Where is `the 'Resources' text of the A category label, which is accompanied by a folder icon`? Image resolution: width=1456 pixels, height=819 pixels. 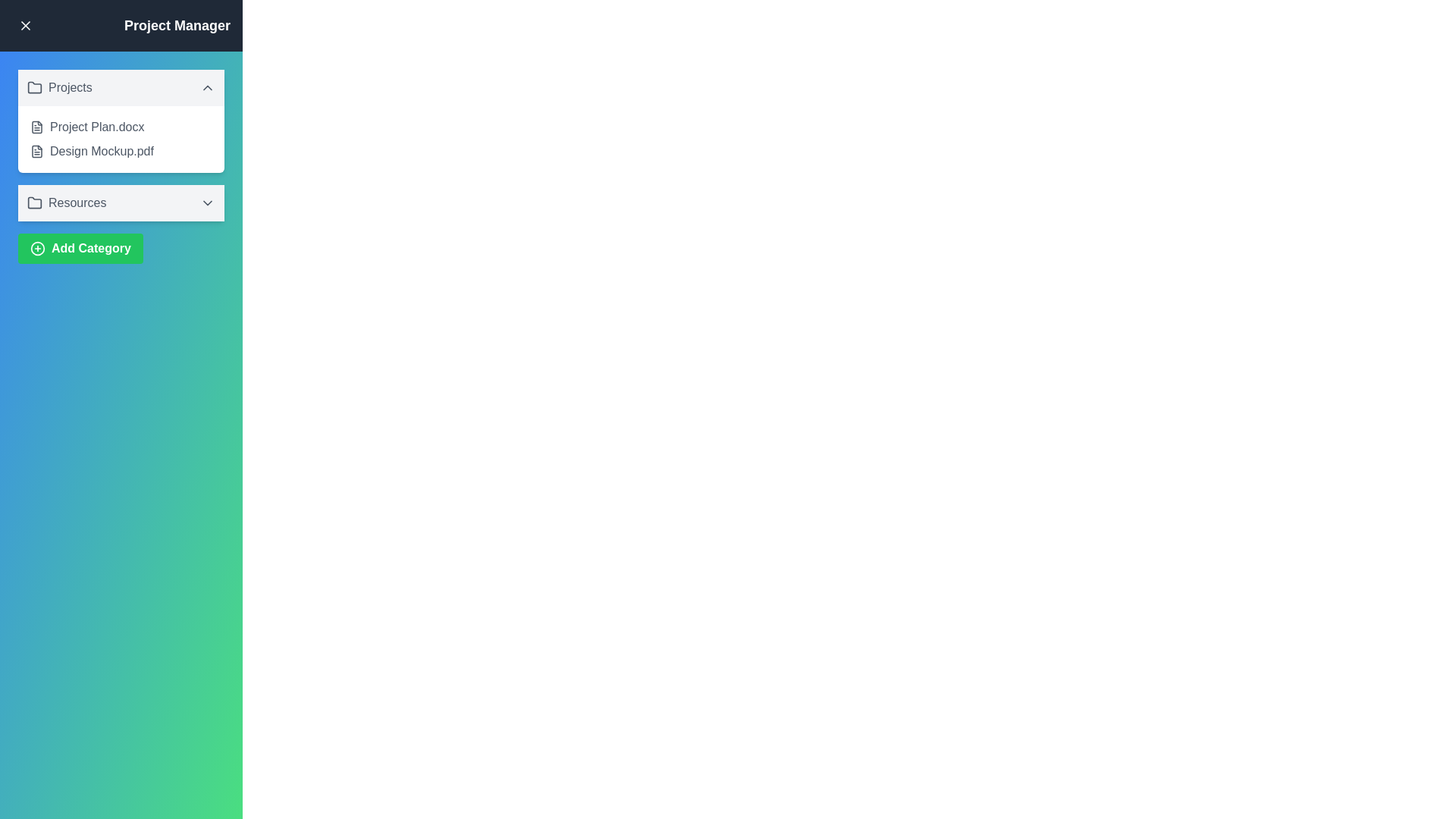
the 'Resources' text of the A category label, which is accompanied by a folder icon is located at coordinates (66, 202).